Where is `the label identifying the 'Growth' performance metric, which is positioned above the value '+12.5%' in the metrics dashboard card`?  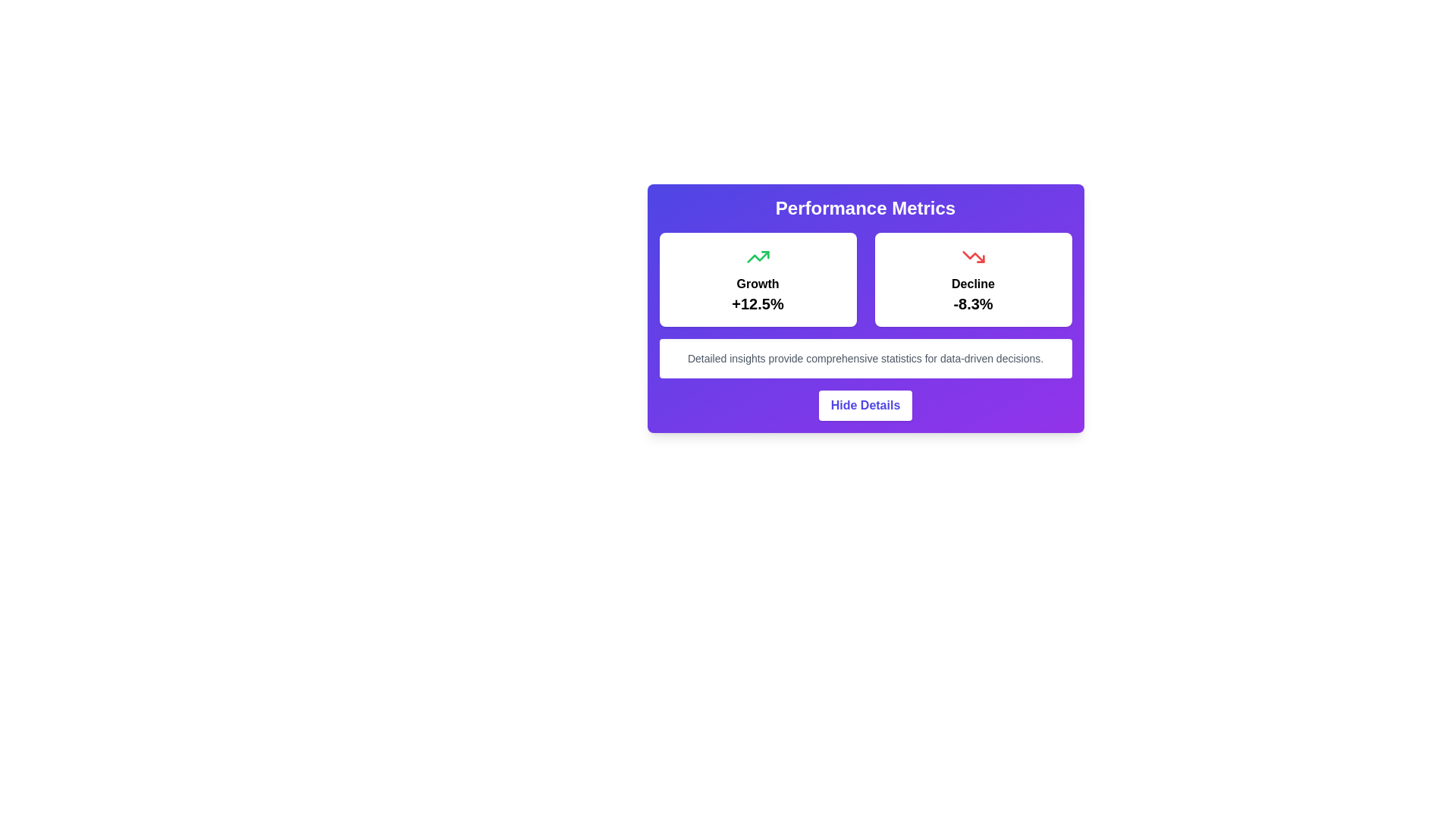
the label identifying the 'Growth' performance metric, which is positioned above the value '+12.5%' in the metrics dashboard card is located at coordinates (758, 284).